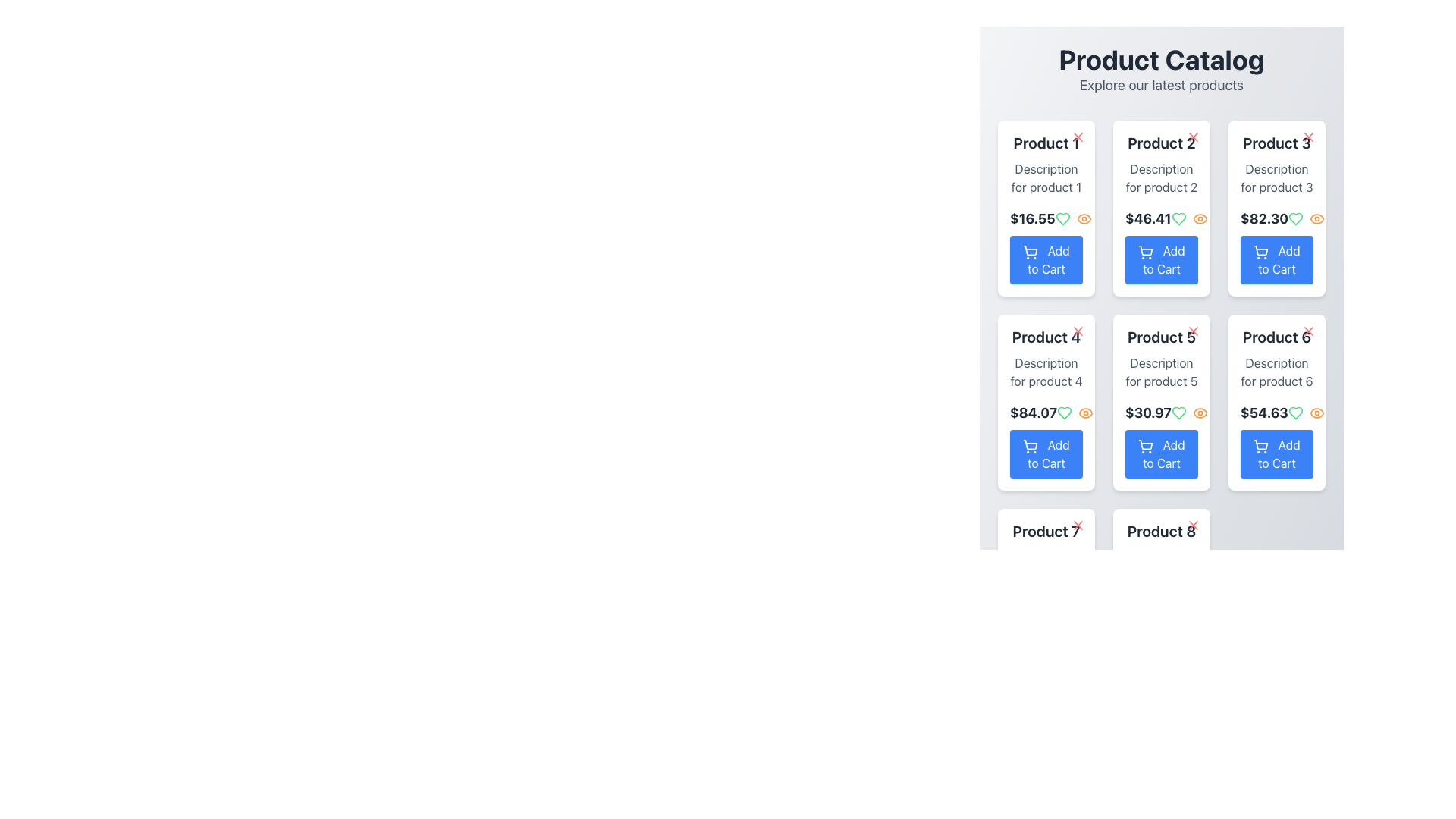 The height and width of the screenshot is (819, 1456). I want to click on the orange eye-shaped icon with a hollow center located to the right of the price and heart icon in the fifth product card of the Product Catalog, so click(1200, 413).